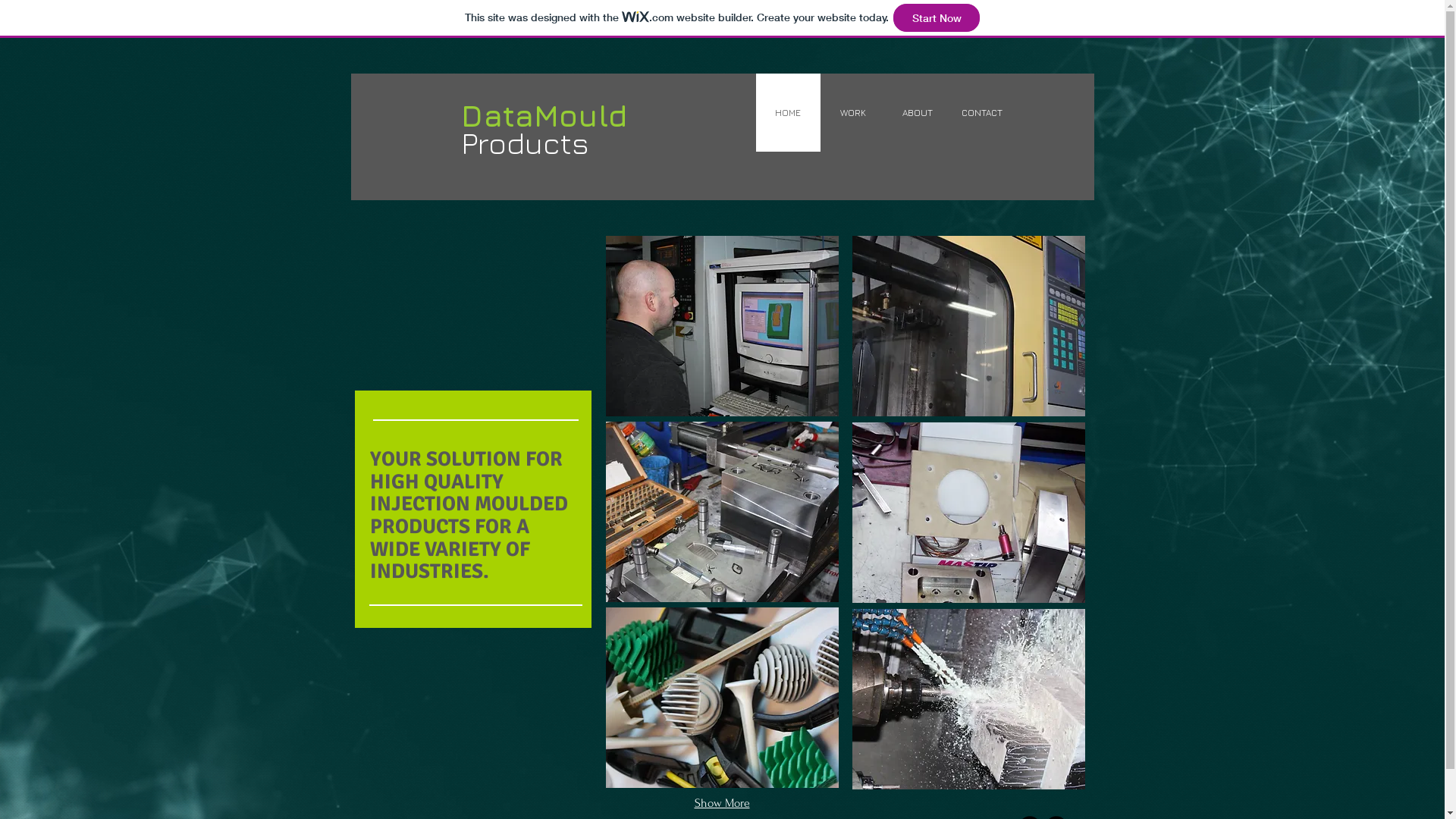 Image resolution: width=1456 pixels, height=819 pixels. Describe the element at coordinates (981, 111) in the screenshot. I see `'CONTACT'` at that location.